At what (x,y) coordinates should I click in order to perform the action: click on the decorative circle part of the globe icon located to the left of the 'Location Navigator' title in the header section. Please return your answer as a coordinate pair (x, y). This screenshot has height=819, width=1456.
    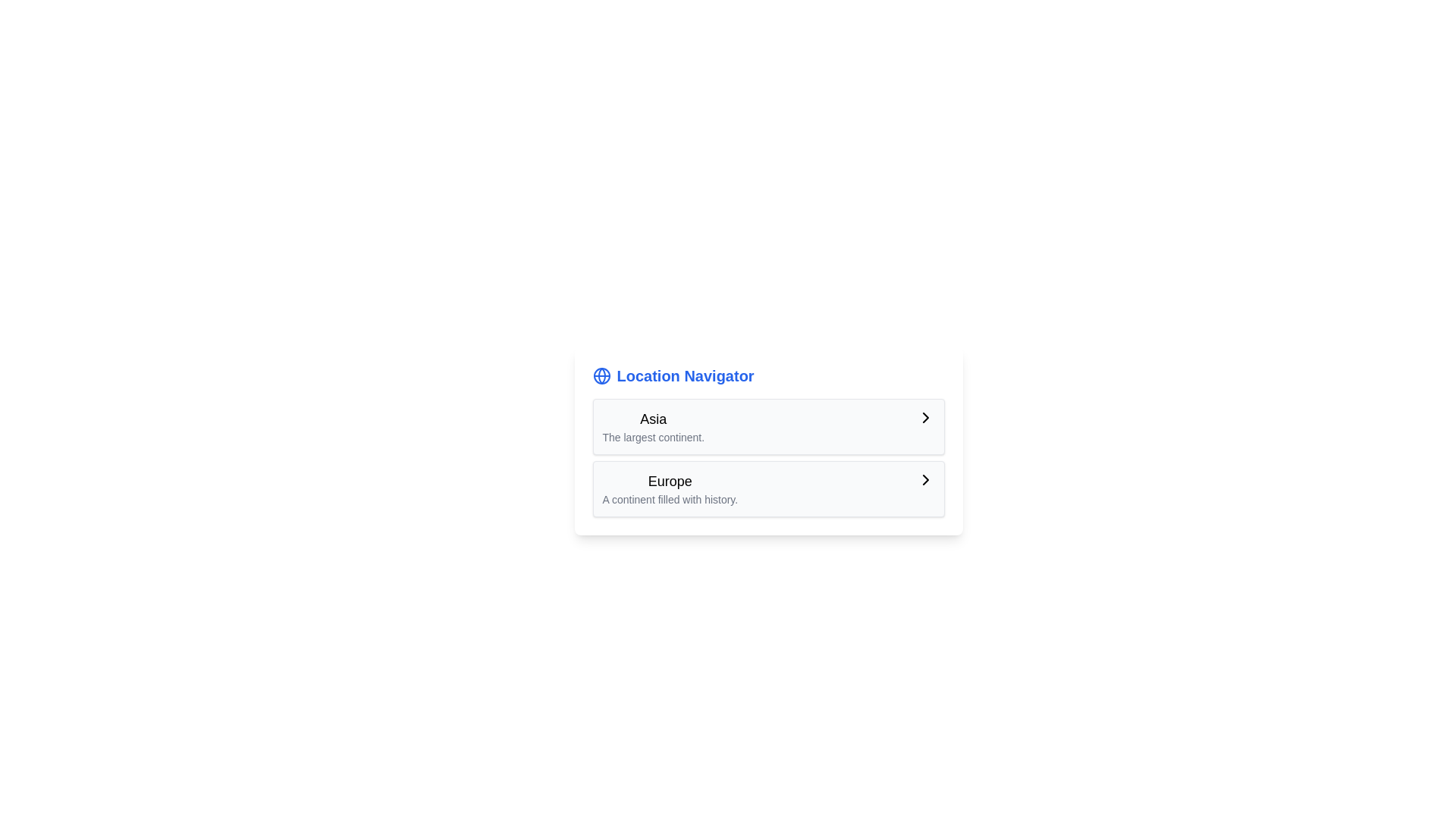
    Looking at the image, I should click on (601, 375).